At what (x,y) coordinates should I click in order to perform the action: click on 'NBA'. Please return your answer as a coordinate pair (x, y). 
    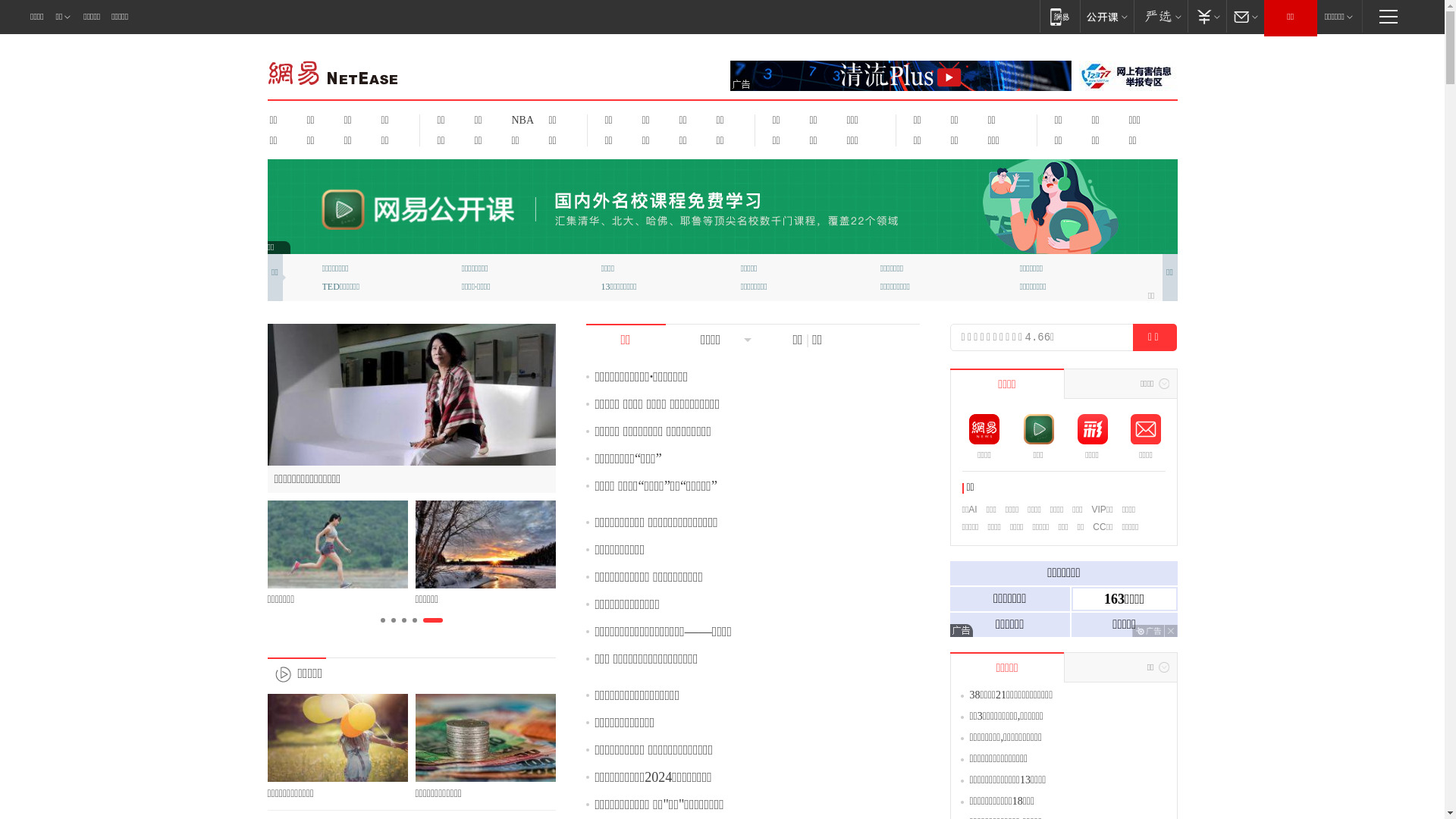
    Looking at the image, I should click on (502, 119).